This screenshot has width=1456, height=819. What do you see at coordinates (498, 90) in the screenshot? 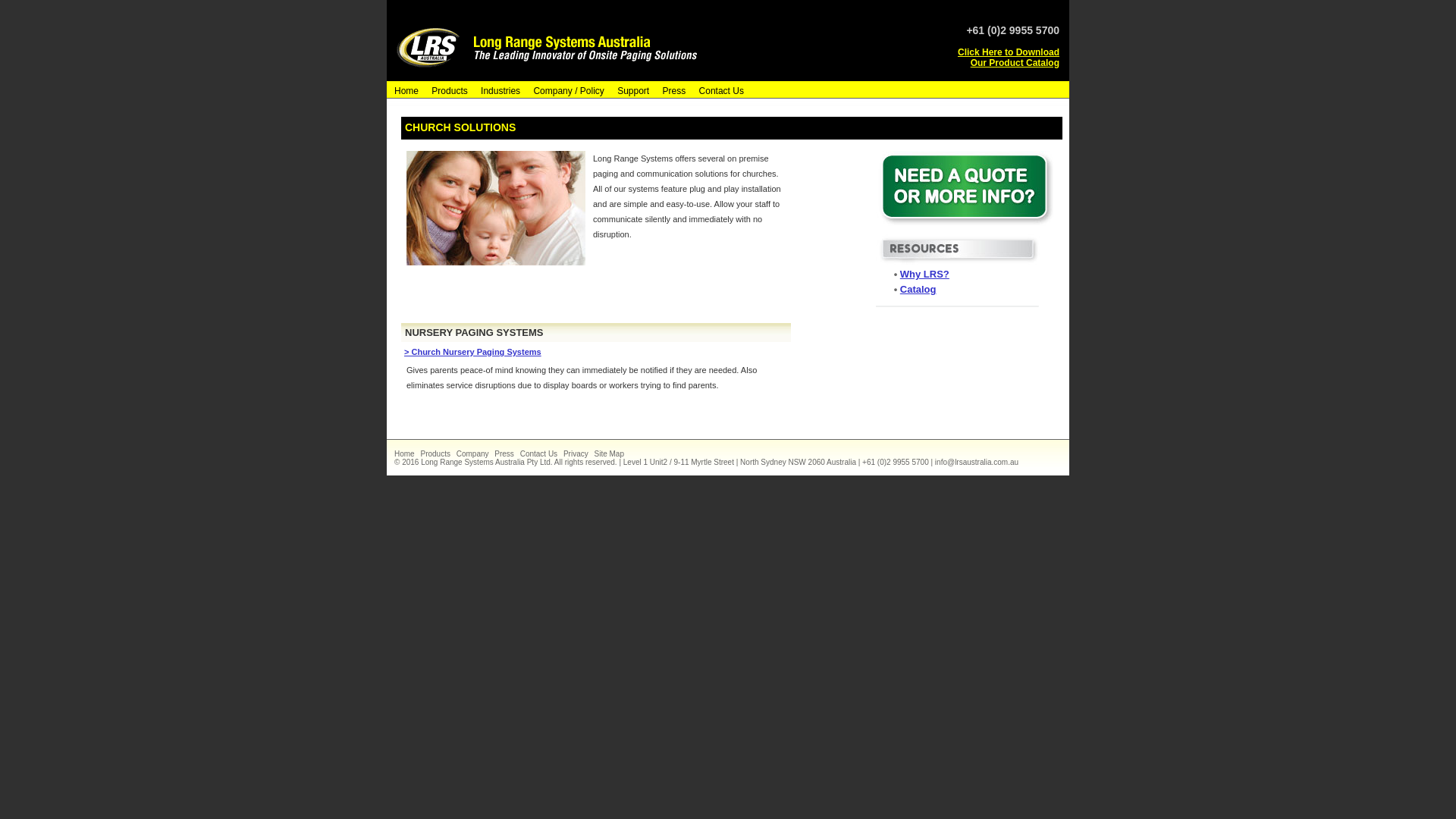
I see `'Industries'` at bounding box center [498, 90].